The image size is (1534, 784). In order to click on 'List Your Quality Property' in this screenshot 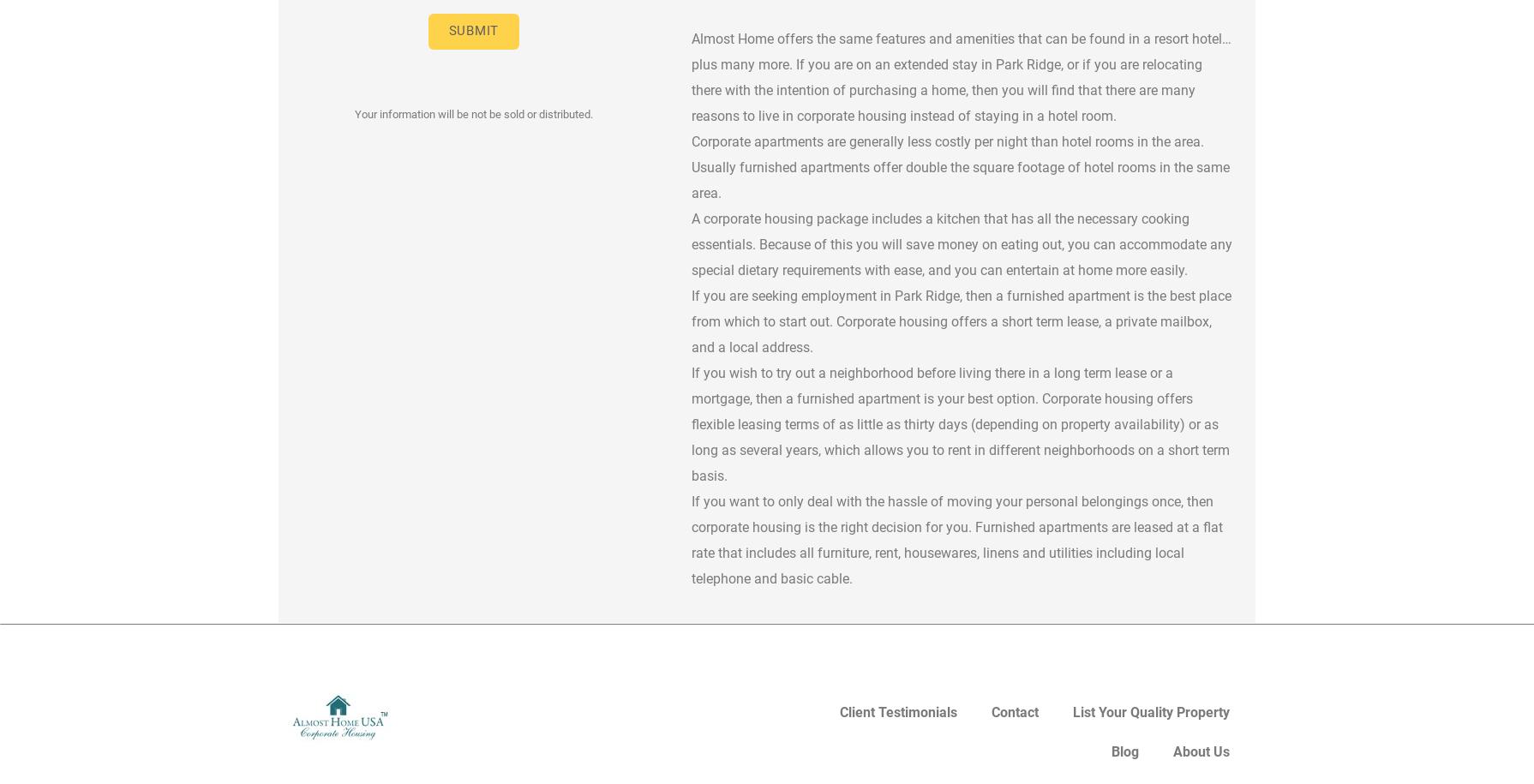, I will do `click(1150, 712)`.